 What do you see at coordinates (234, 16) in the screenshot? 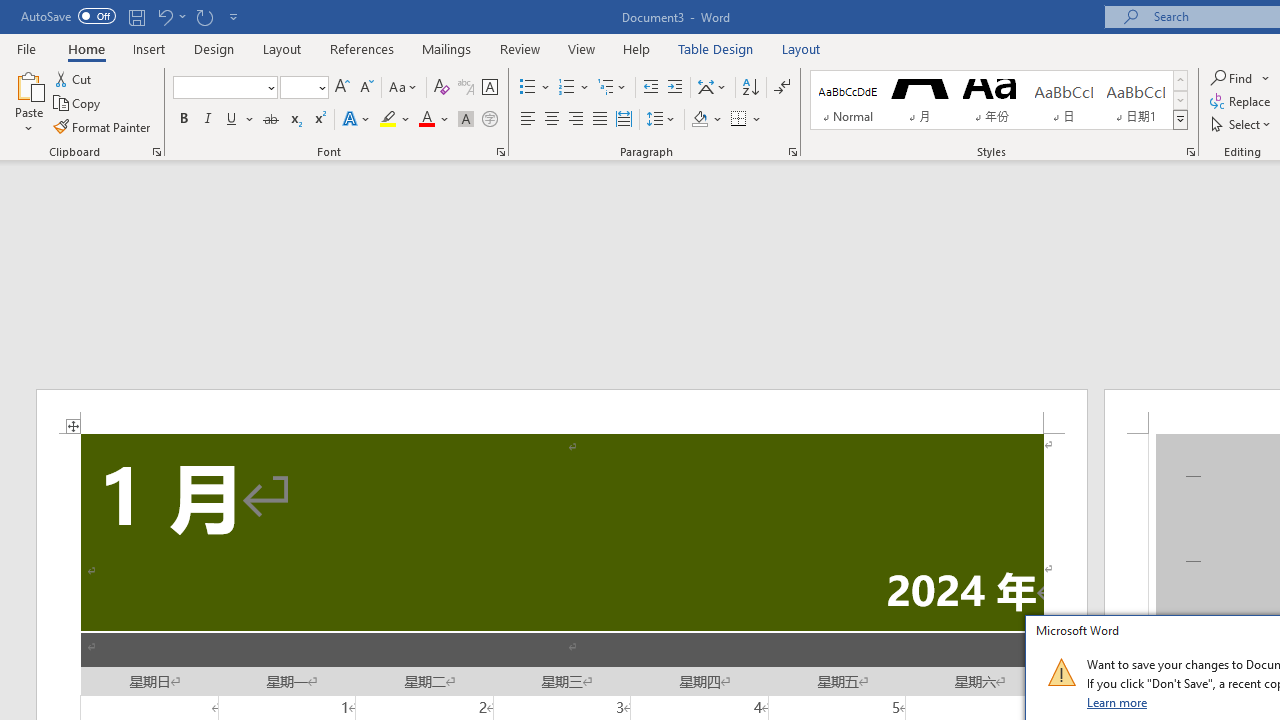
I see `'Customize Quick Access Toolbar'` at bounding box center [234, 16].